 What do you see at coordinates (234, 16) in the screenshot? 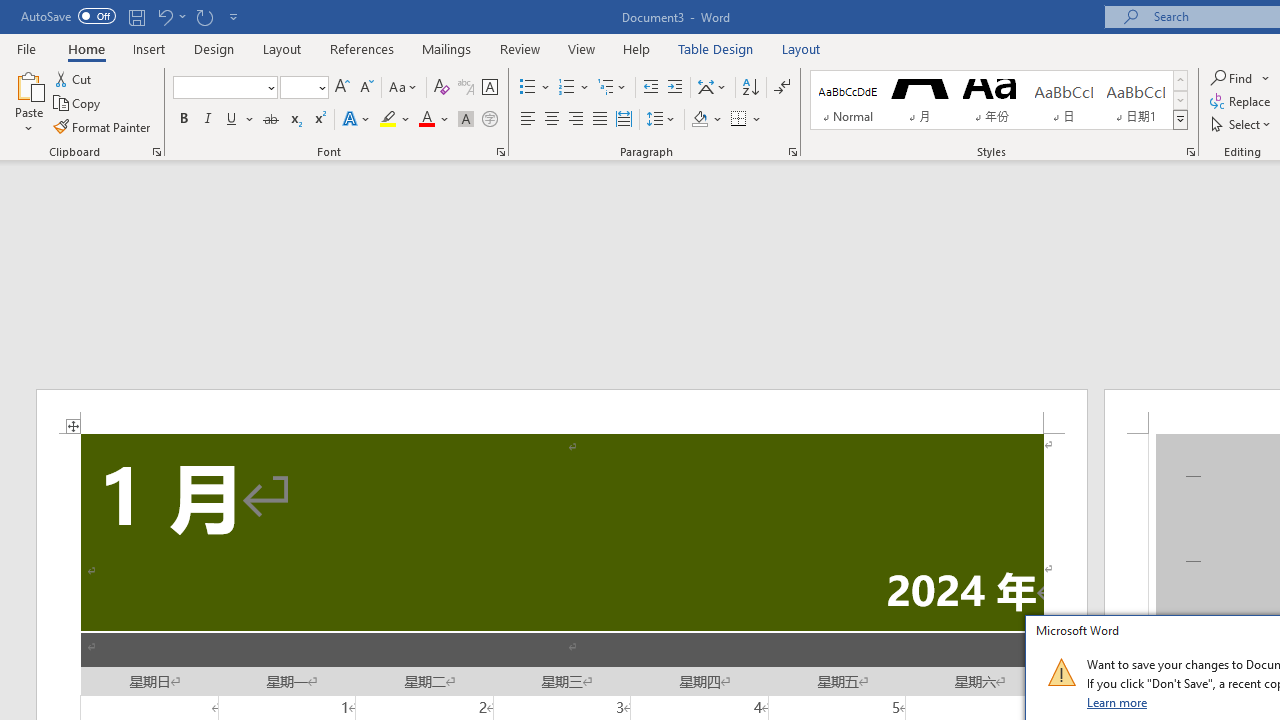
I see `'Customize Quick Access Toolbar'` at bounding box center [234, 16].